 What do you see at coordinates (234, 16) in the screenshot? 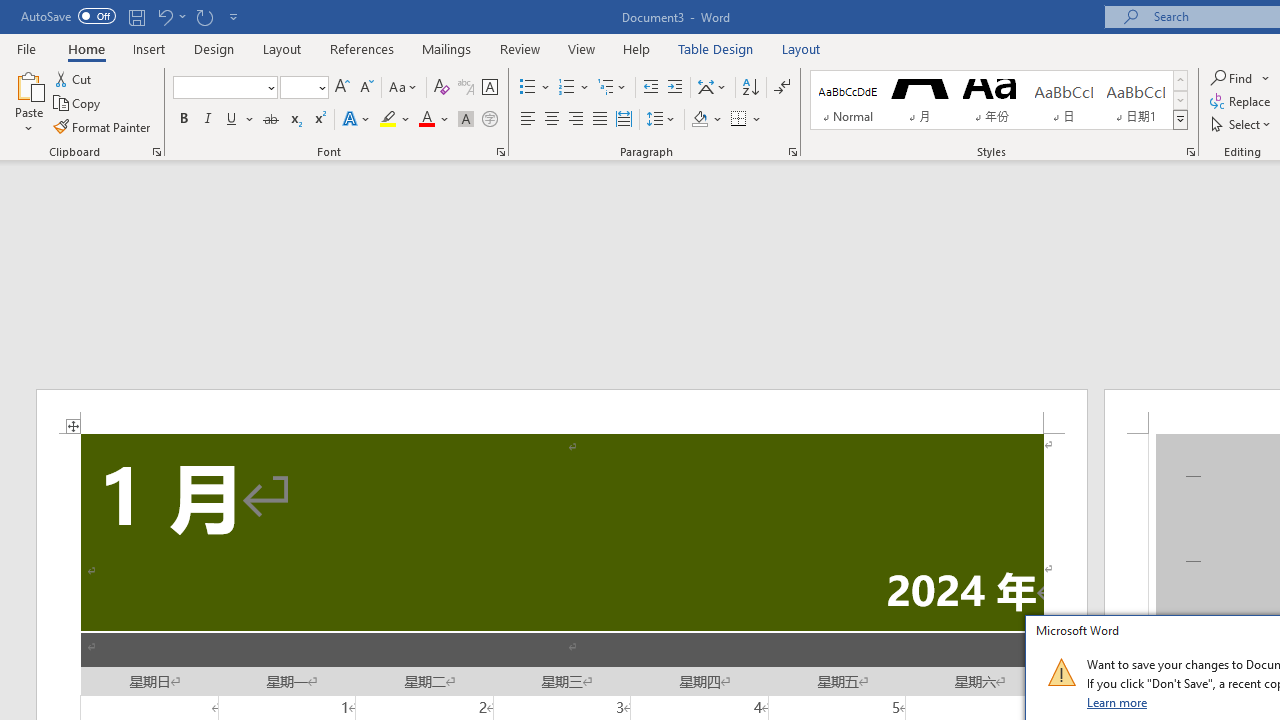
I see `'Customize Quick Access Toolbar'` at bounding box center [234, 16].